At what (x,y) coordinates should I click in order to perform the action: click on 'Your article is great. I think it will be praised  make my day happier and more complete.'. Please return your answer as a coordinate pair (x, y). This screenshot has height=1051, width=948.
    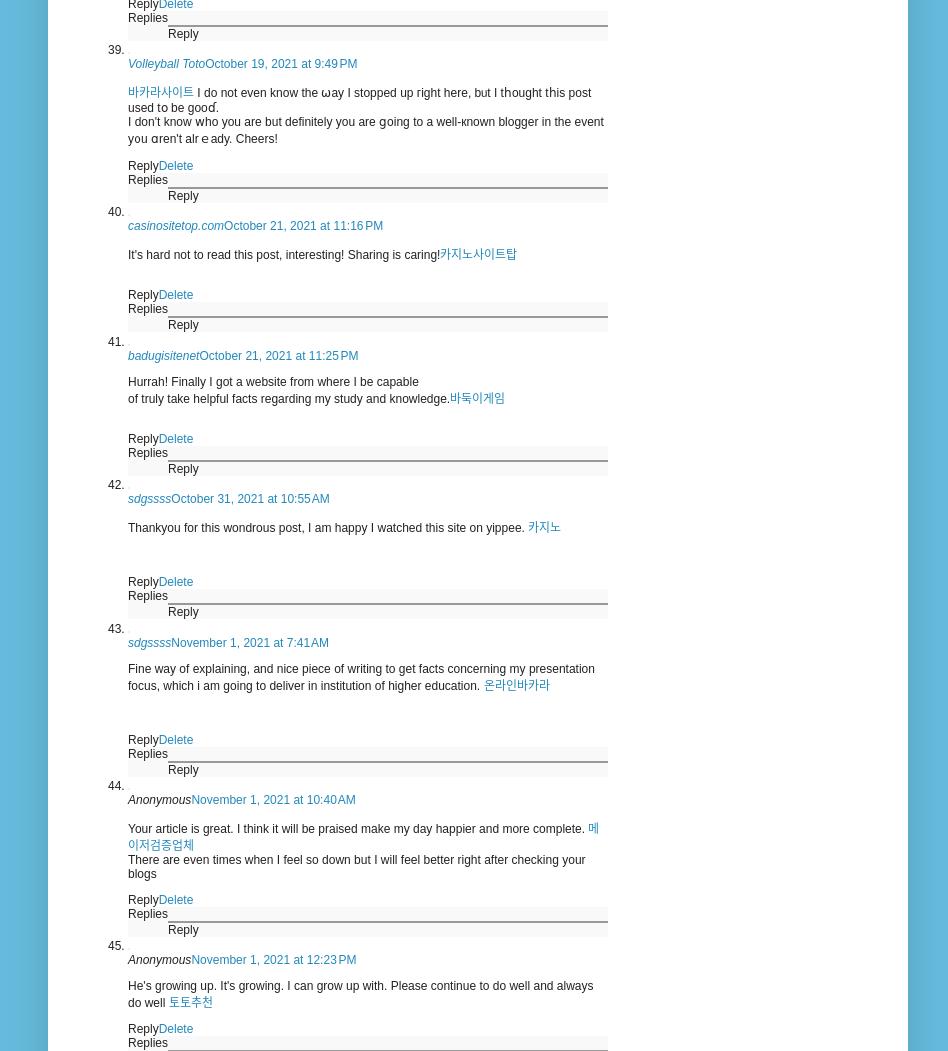
    Looking at the image, I should click on (356, 827).